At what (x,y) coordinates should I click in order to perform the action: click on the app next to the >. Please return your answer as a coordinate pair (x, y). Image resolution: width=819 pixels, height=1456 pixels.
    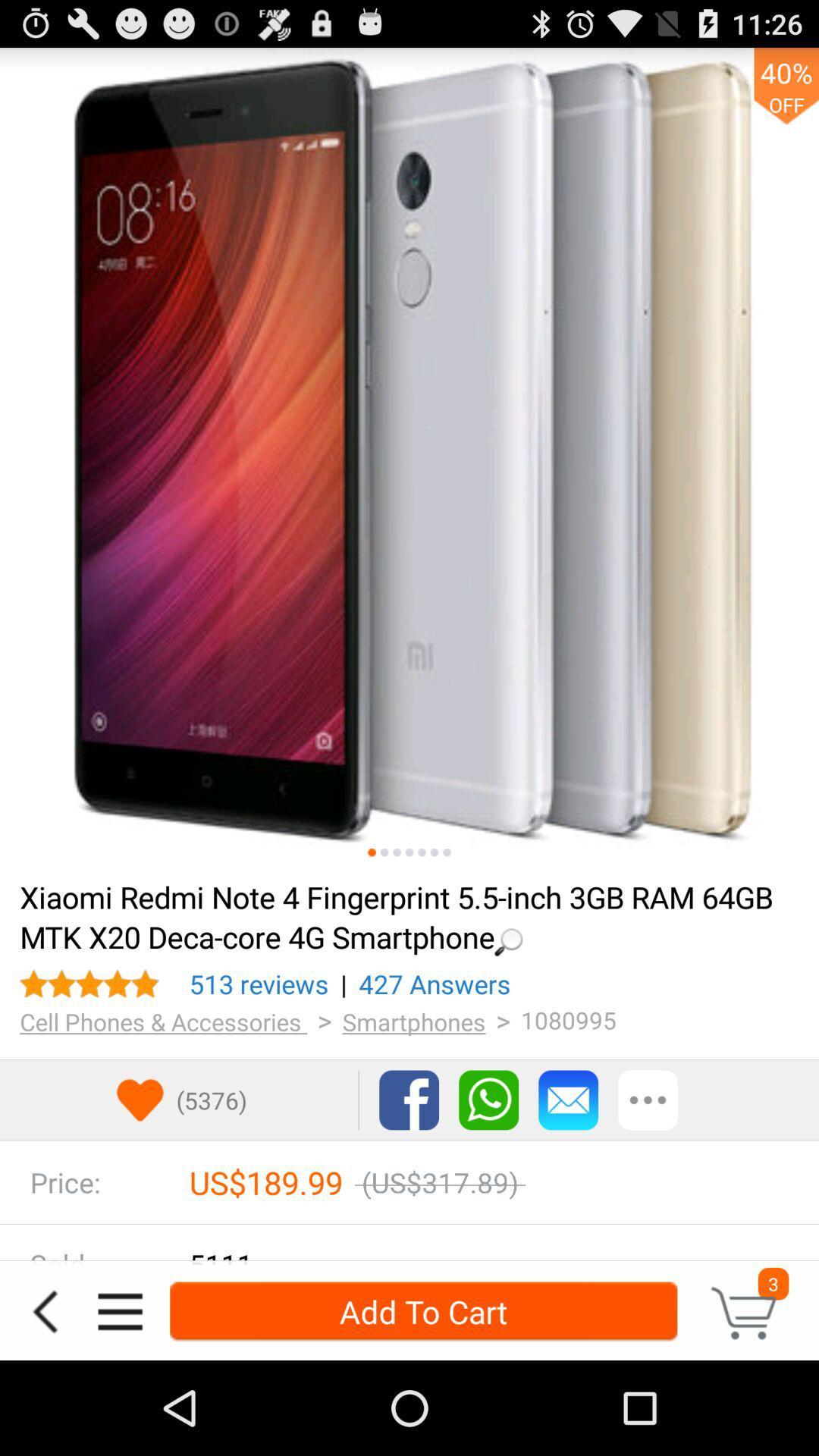
    Looking at the image, I should click on (163, 1021).